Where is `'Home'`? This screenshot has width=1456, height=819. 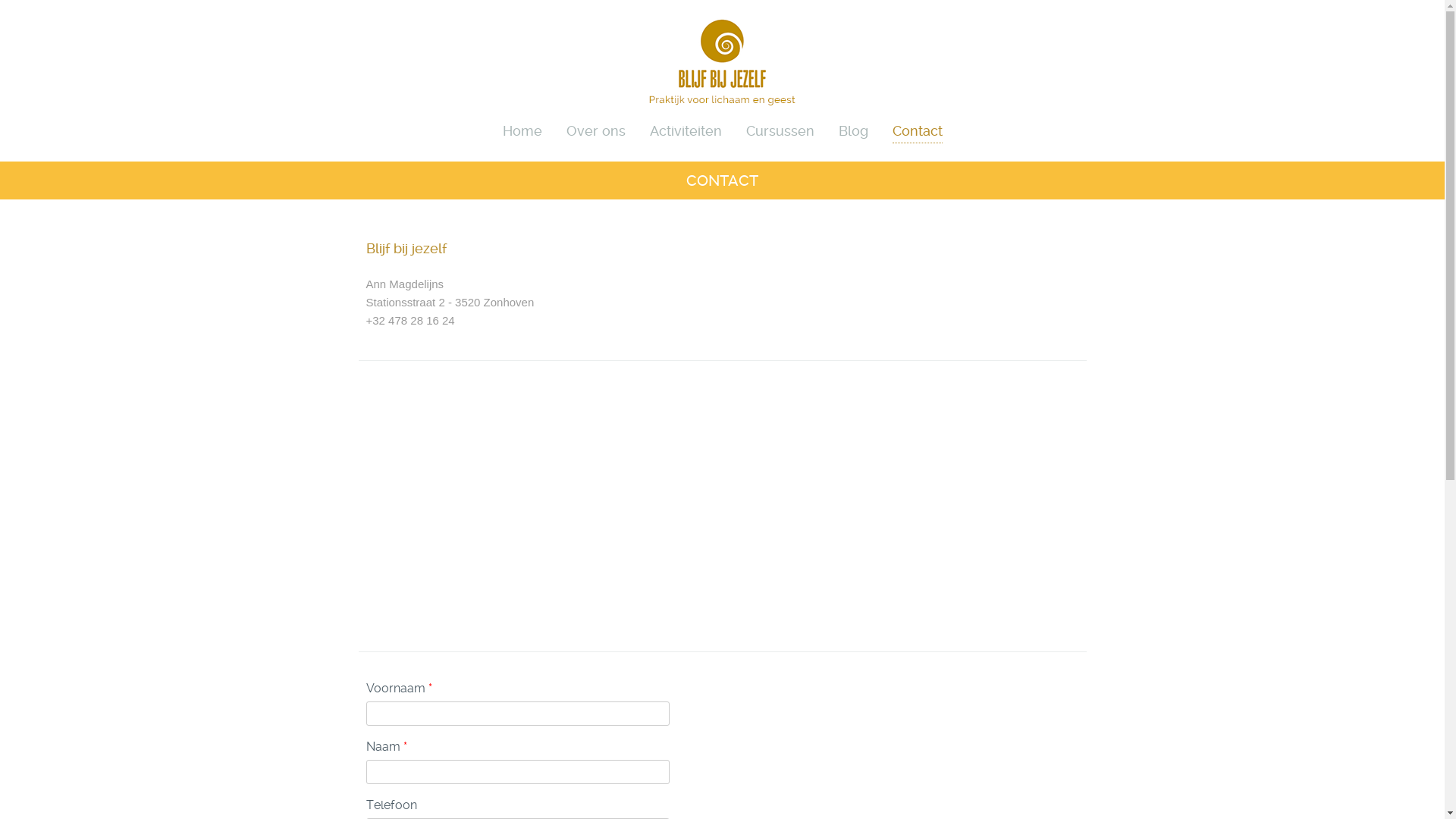 'Home' is located at coordinates (521, 128).